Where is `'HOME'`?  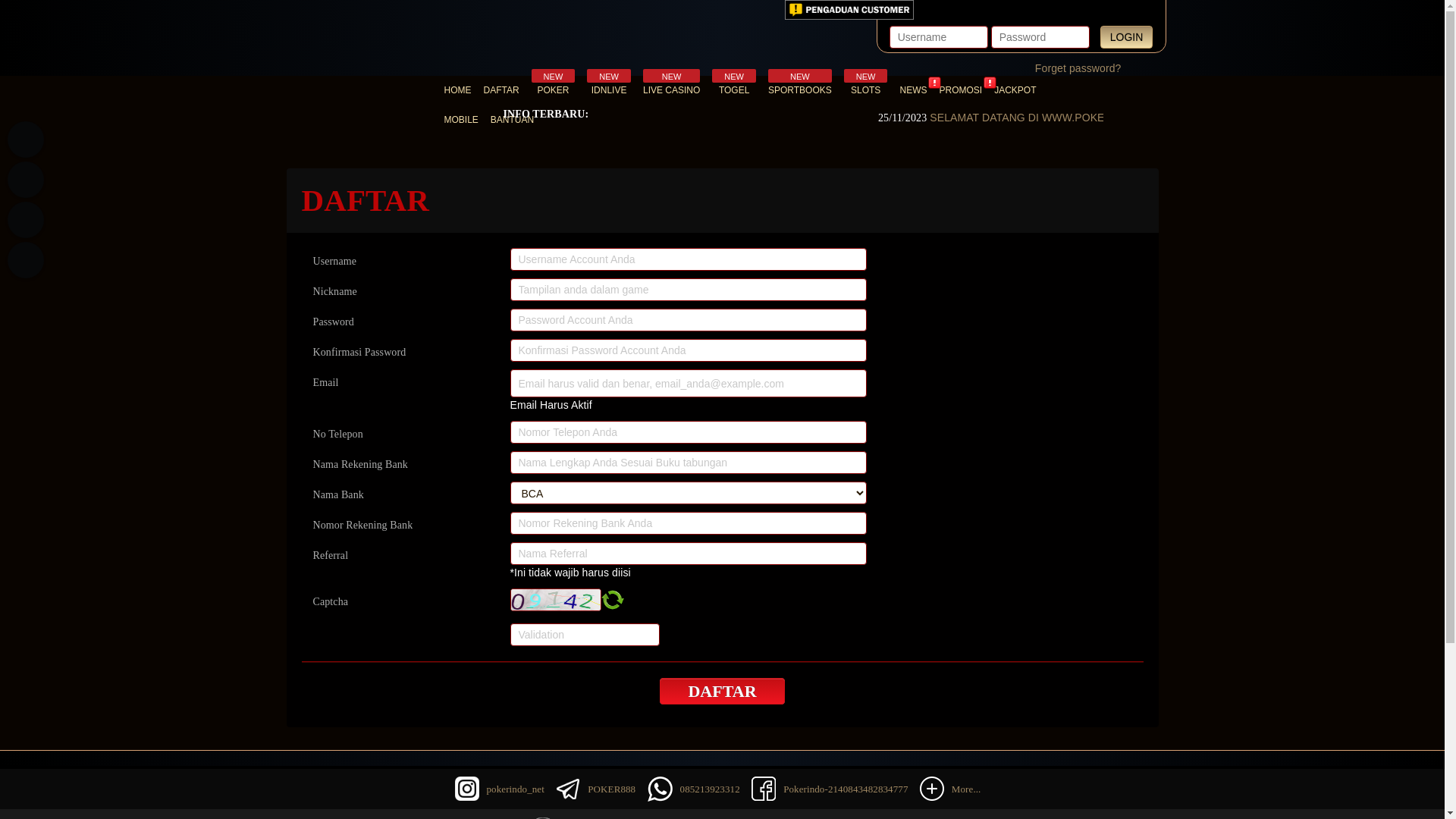 'HOME' is located at coordinates (437, 90).